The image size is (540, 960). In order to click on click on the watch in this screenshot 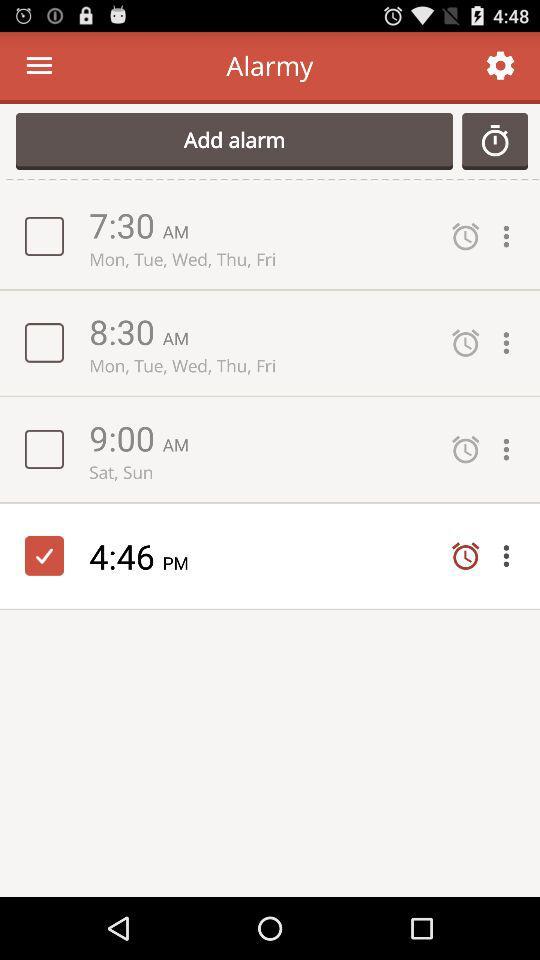, I will do `click(494, 140)`.